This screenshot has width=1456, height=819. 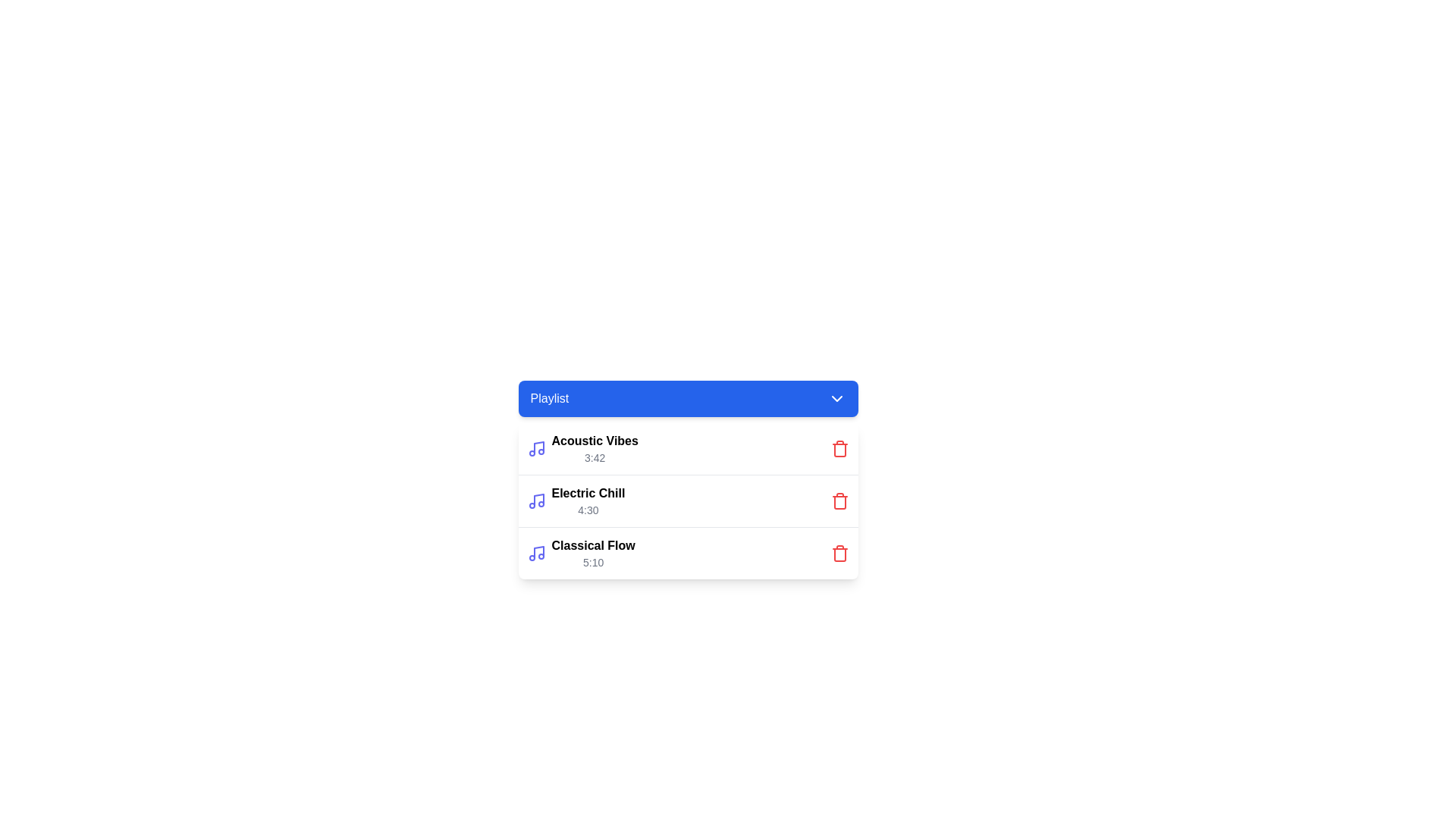 What do you see at coordinates (536, 553) in the screenshot?
I see `the leftmost icon in the third row of the playlist associated with 'Classical Flow', indicating it pertains to music or a track` at bounding box center [536, 553].